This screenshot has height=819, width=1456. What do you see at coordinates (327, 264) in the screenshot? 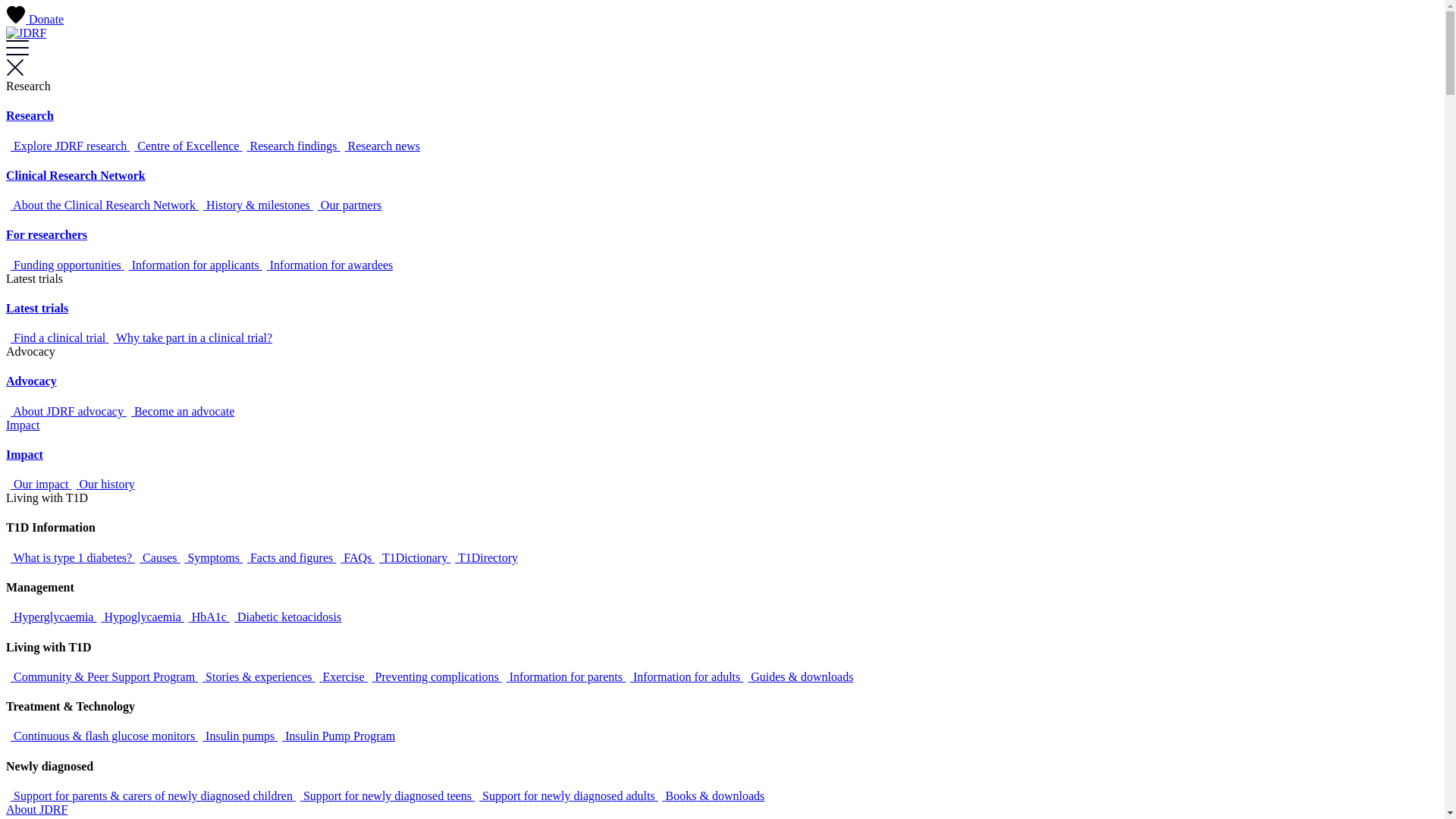
I see `'Information for awardees'` at bounding box center [327, 264].